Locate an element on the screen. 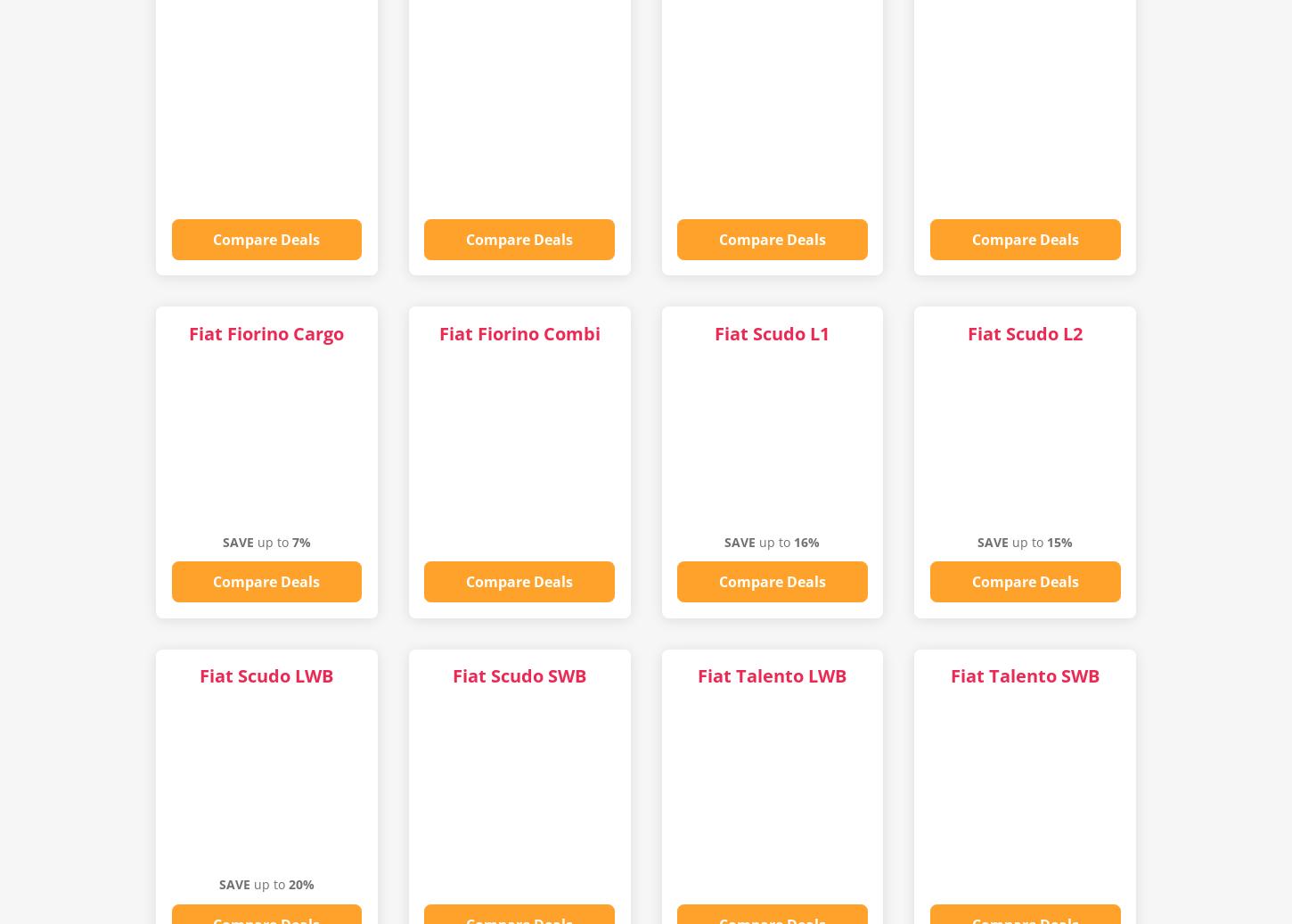 This screenshot has height=924, width=1292. '7%' is located at coordinates (300, 541).